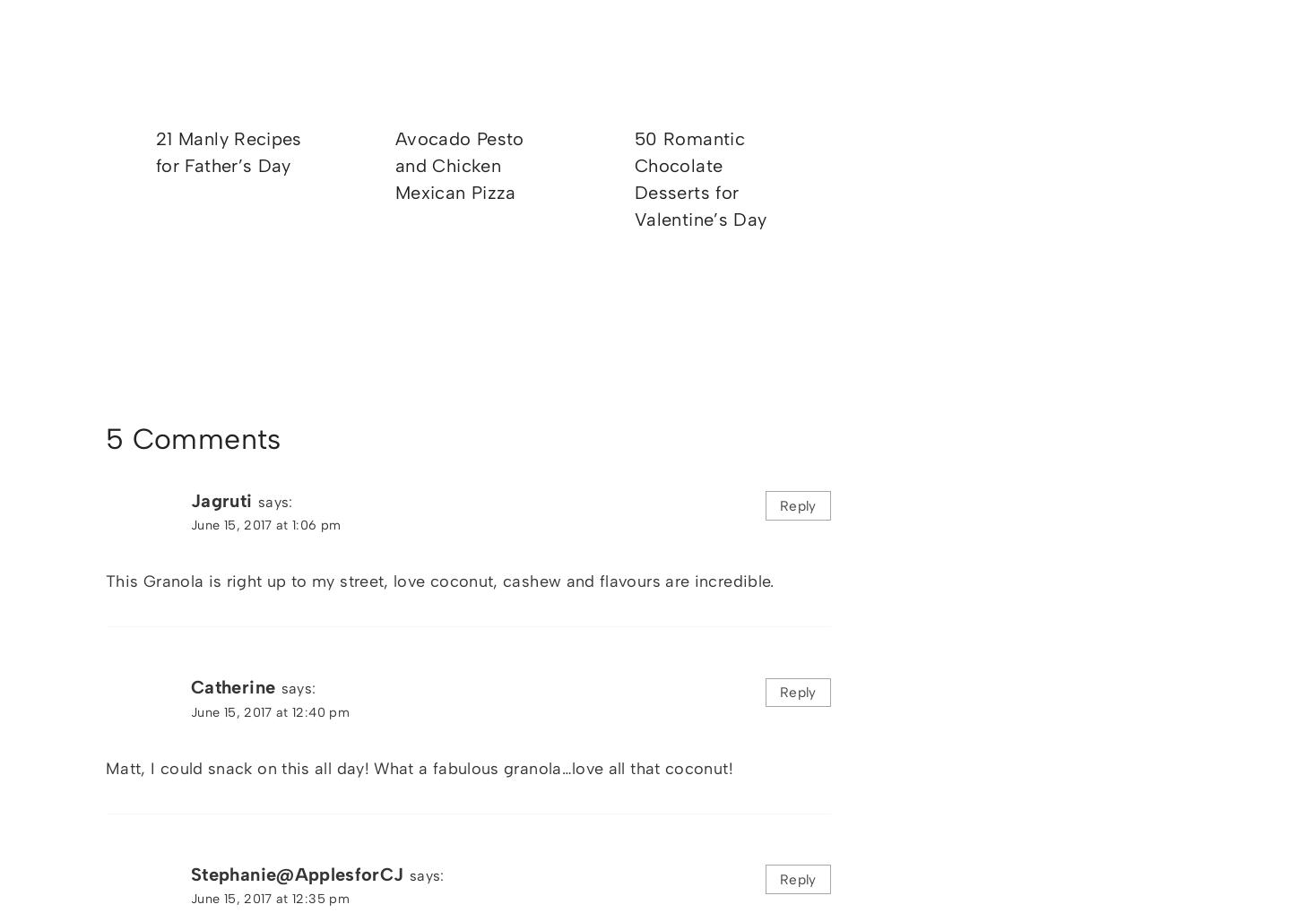 The width and height of the screenshot is (1316, 913). What do you see at coordinates (221, 499) in the screenshot?
I see `'Jagruti'` at bounding box center [221, 499].